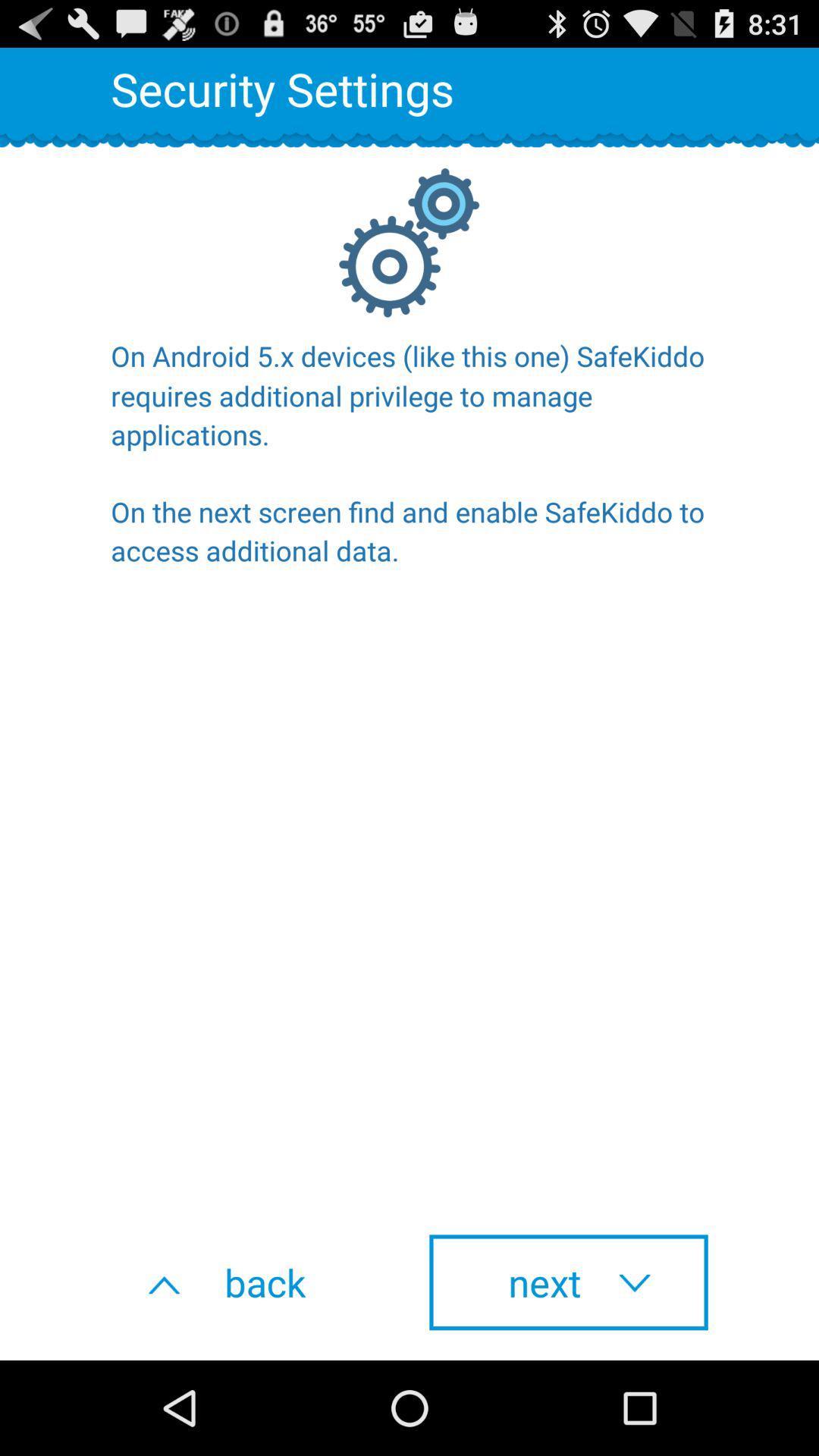  What do you see at coordinates (249, 1282) in the screenshot?
I see `item at the bottom left corner` at bounding box center [249, 1282].